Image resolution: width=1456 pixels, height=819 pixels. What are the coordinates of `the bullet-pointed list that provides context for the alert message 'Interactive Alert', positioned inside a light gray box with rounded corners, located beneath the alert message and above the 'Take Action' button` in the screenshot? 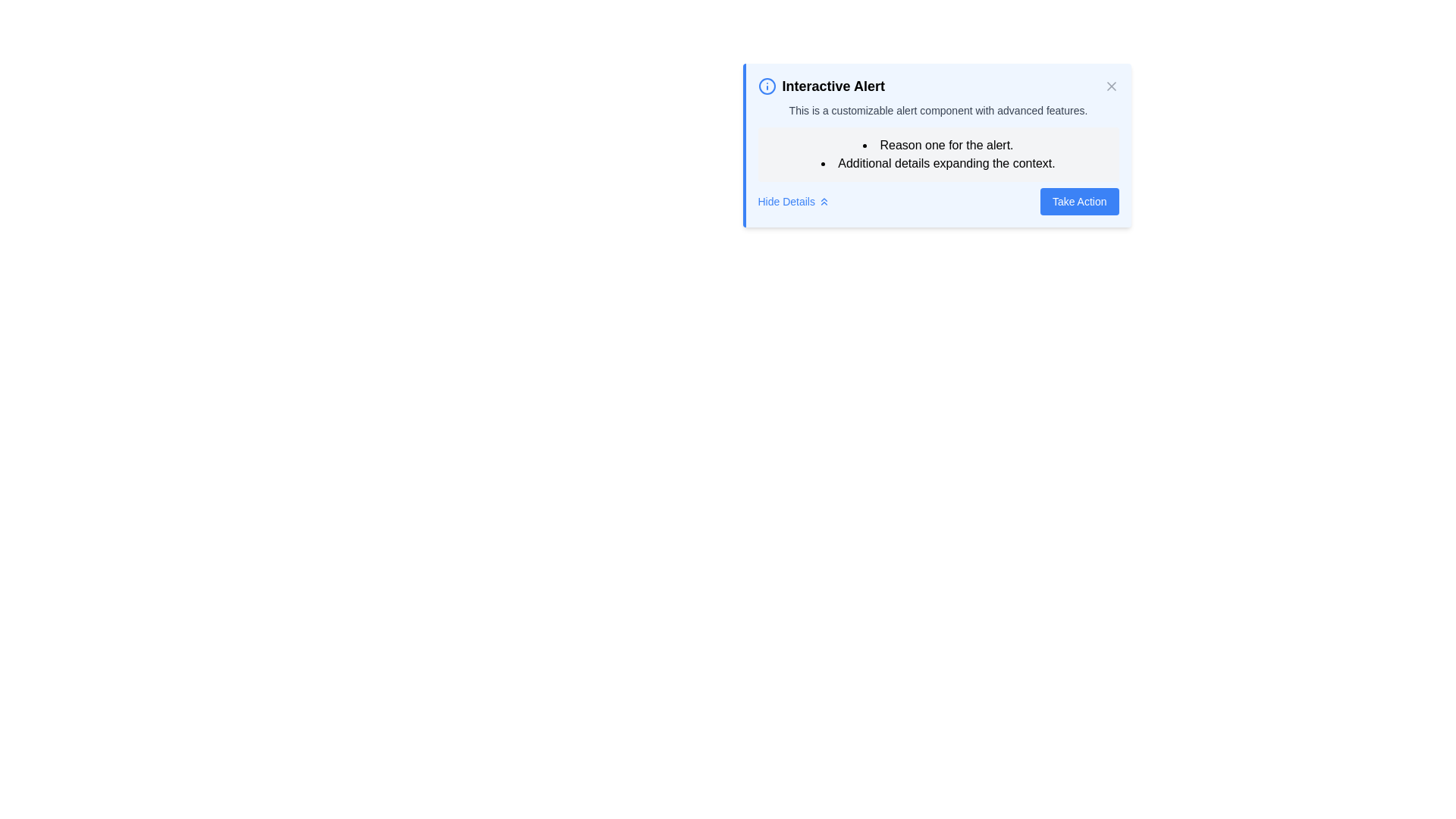 It's located at (937, 155).